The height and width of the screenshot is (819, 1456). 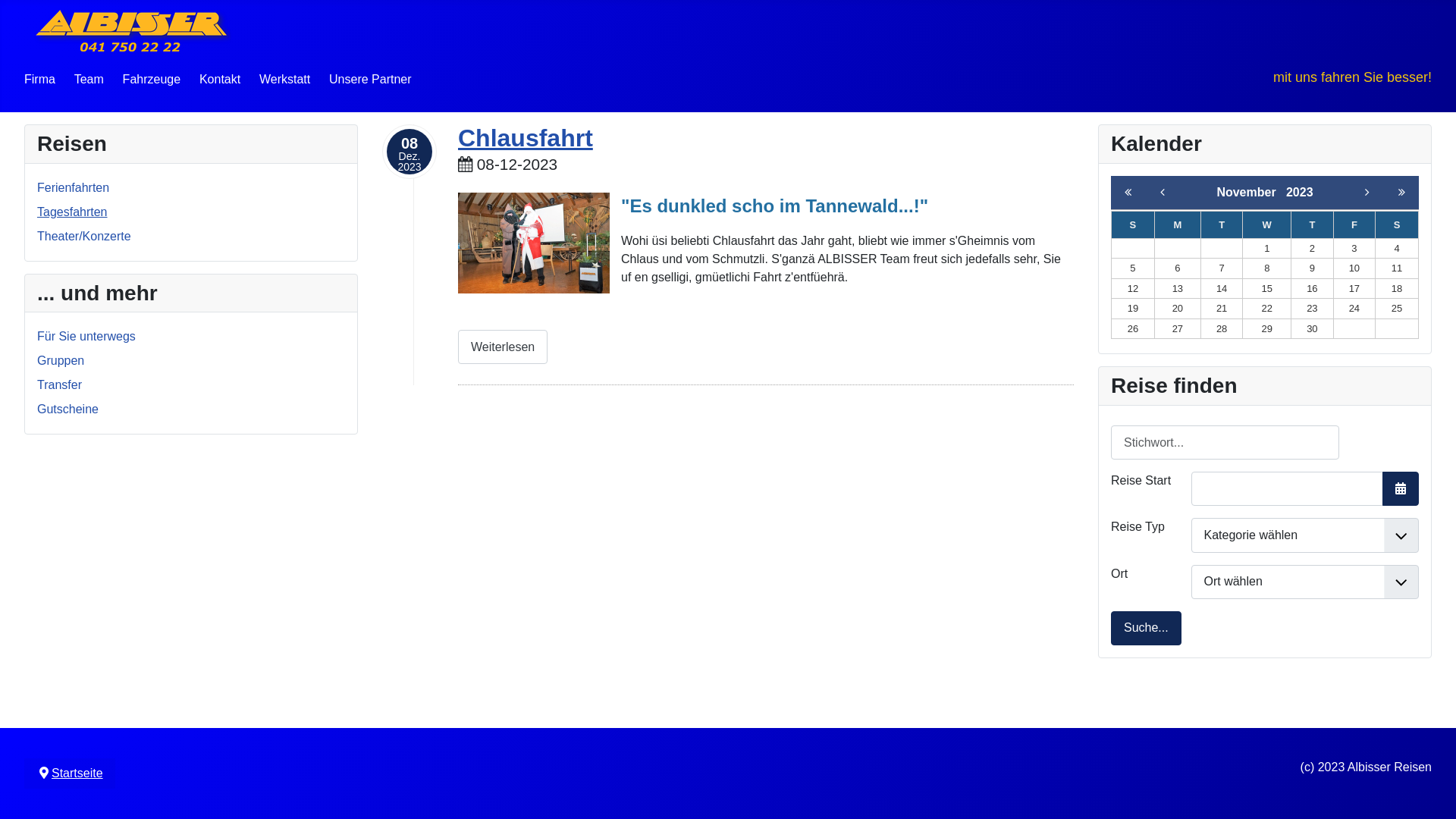 What do you see at coordinates (370, 79) in the screenshot?
I see `'Unsere Partner'` at bounding box center [370, 79].